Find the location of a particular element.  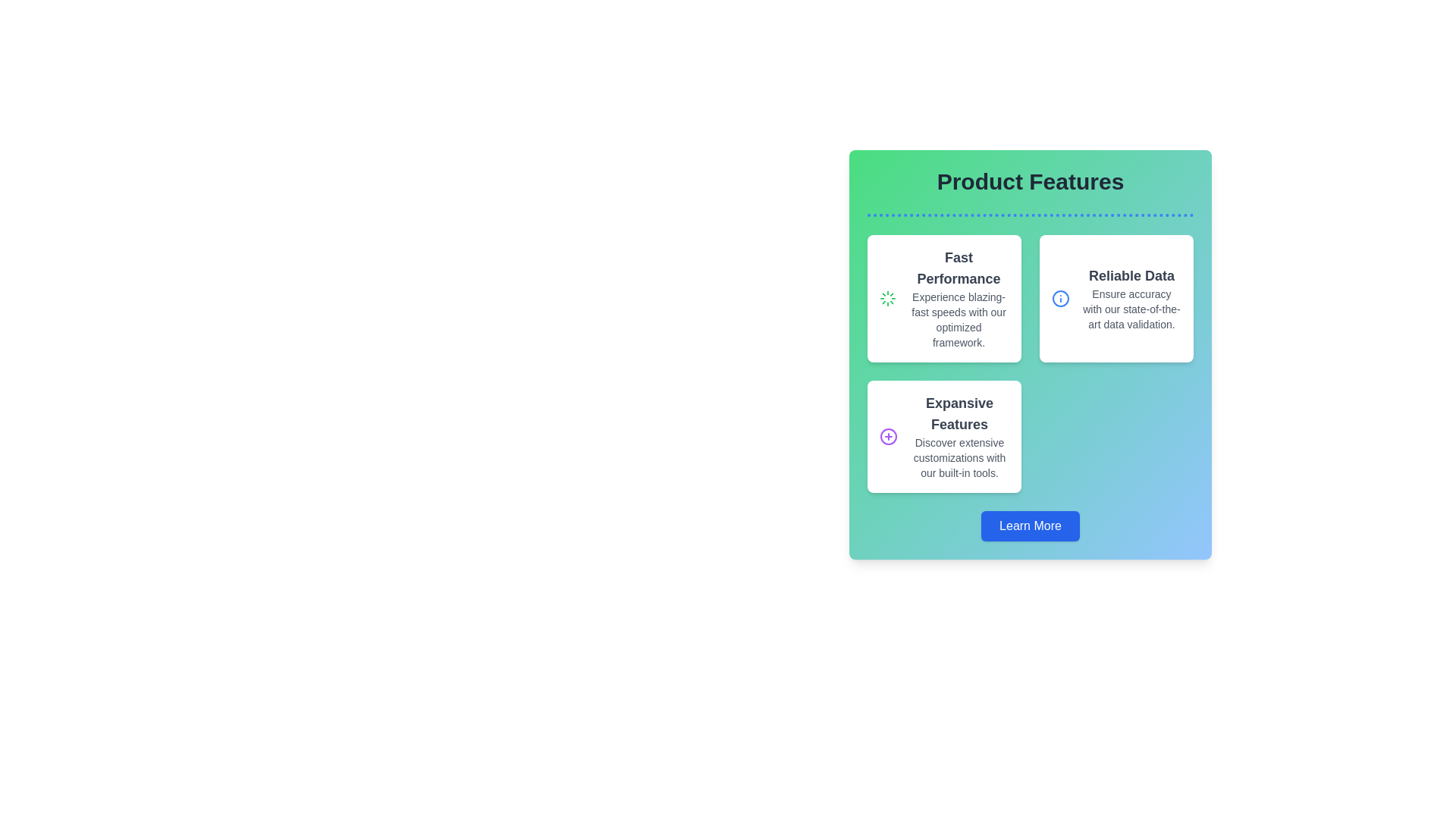

text label that states 'Experience blazing-fast speeds with our optimized framework.' located under the bold title 'Fast Performance' within the top-left card of the feature section titled 'Product Features' is located at coordinates (958, 318).